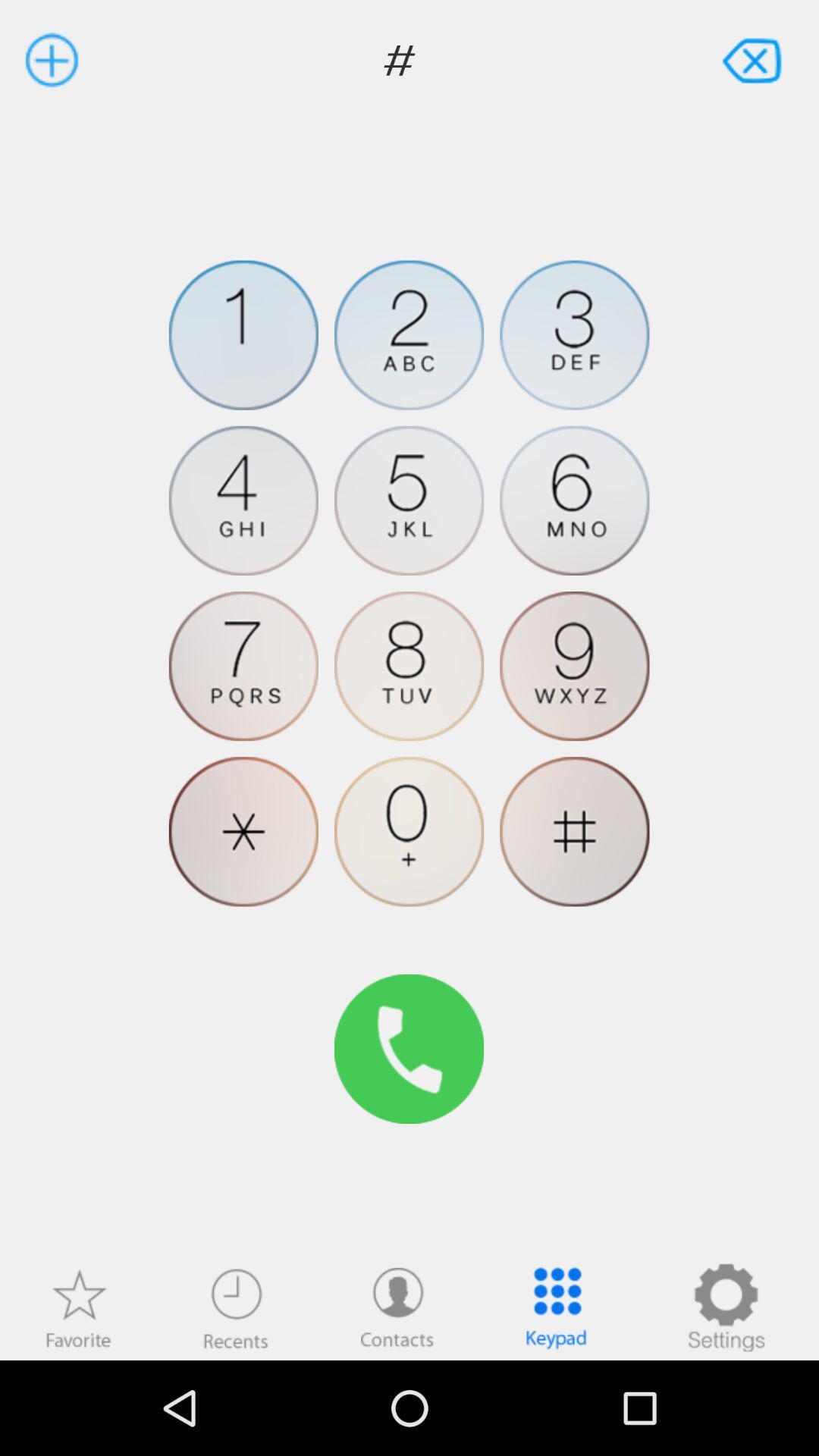 Image resolution: width=819 pixels, height=1456 pixels. I want to click on go back, so click(754, 59).